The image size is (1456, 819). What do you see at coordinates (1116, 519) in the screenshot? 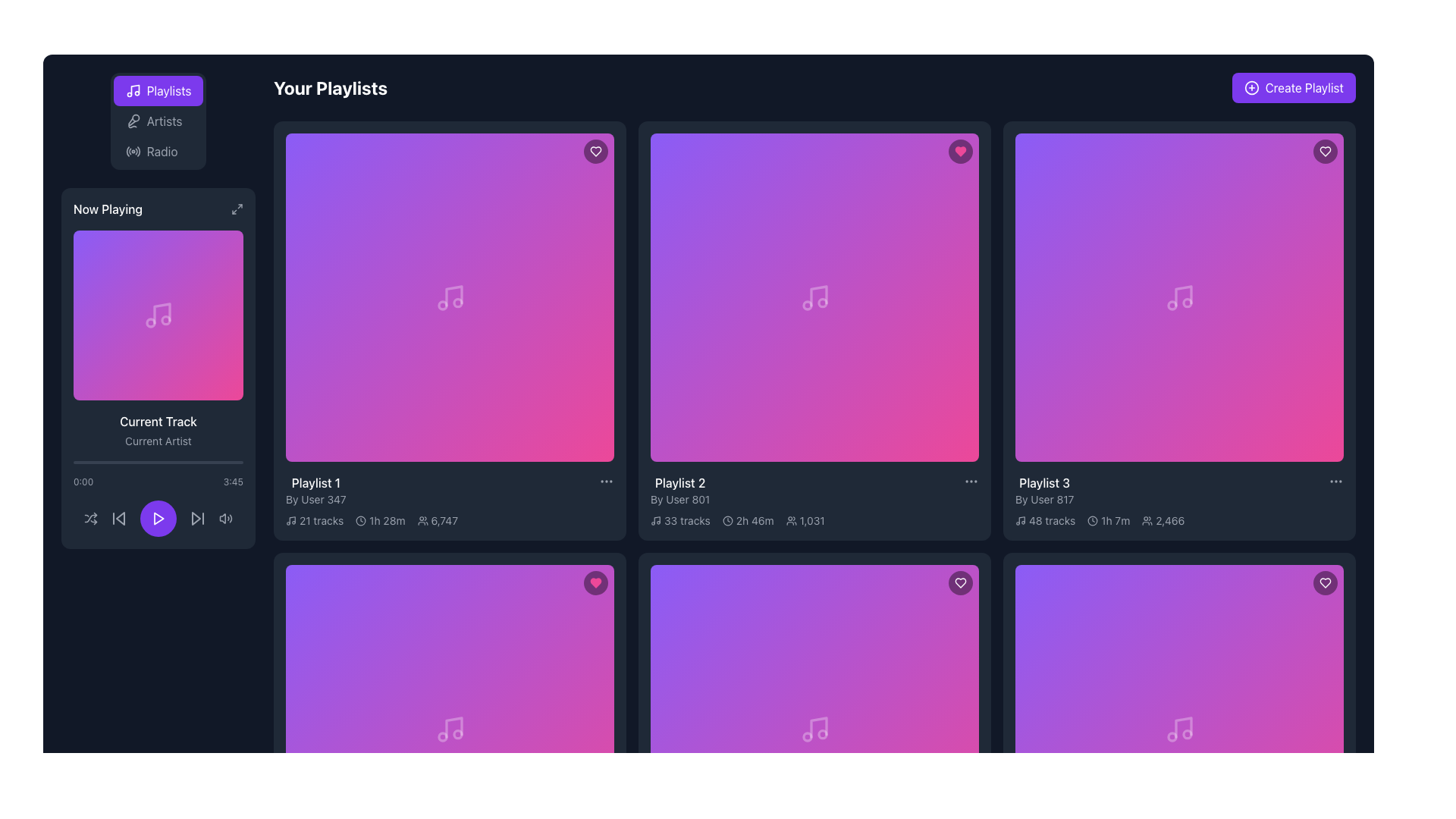
I see `the static text label displaying the duration of 'Playlist 3', located at the bottom-right corner next to a clock icon` at bounding box center [1116, 519].